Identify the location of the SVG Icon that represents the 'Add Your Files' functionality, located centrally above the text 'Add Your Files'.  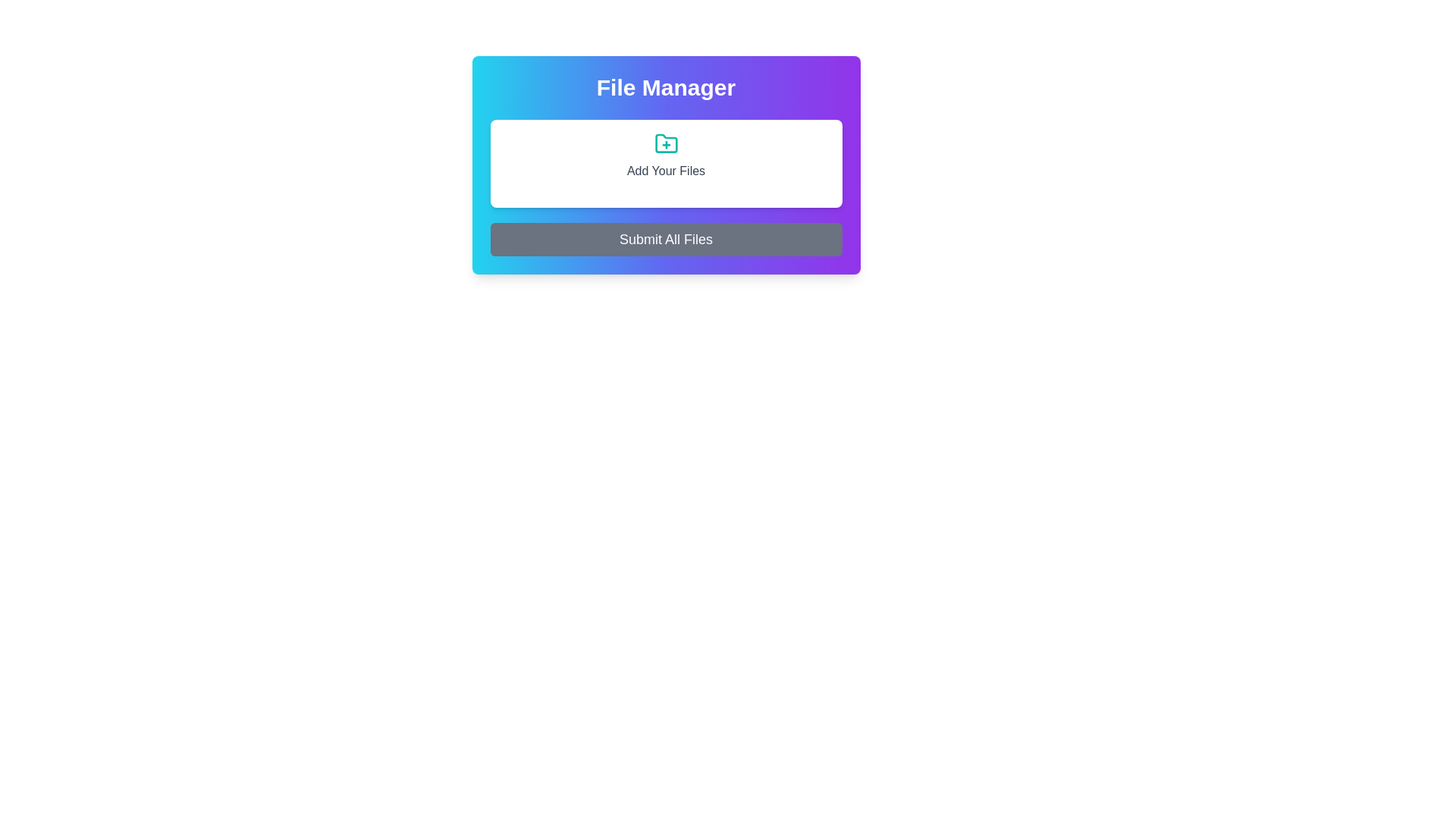
(666, 143).